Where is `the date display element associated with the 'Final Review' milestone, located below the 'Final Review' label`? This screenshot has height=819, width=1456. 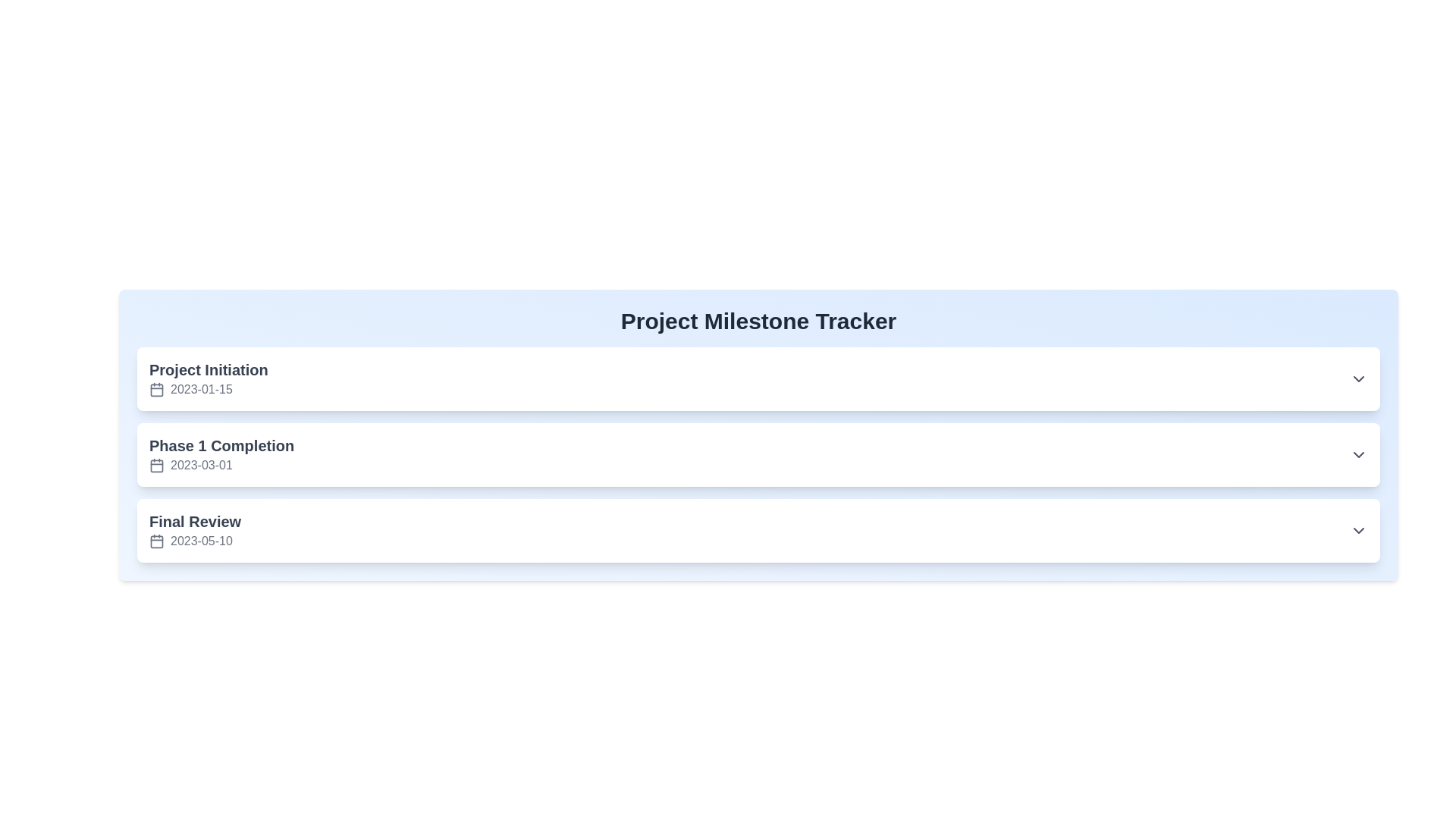 the date display element associated with the 'Final Review' milestone, located below the 'Final Review' label is located at coordinates (194, 540).